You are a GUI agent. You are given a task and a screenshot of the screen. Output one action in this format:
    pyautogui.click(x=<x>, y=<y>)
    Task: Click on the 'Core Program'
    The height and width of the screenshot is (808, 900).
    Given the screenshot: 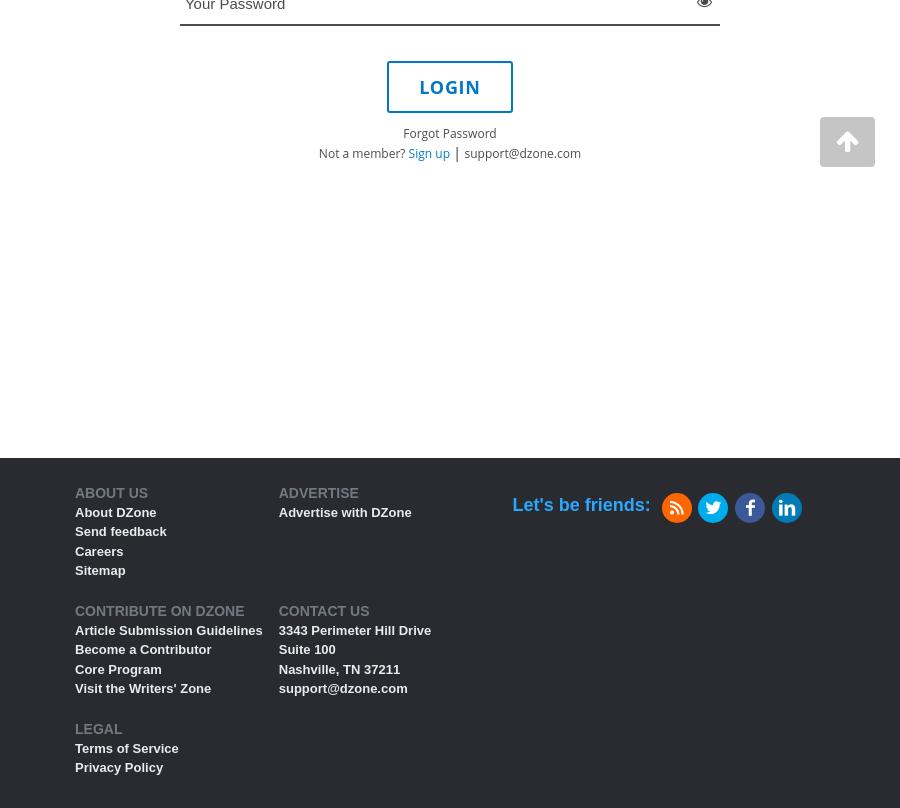 What is the action you would take?
    pyautogui.click(x=73, y=668)
    